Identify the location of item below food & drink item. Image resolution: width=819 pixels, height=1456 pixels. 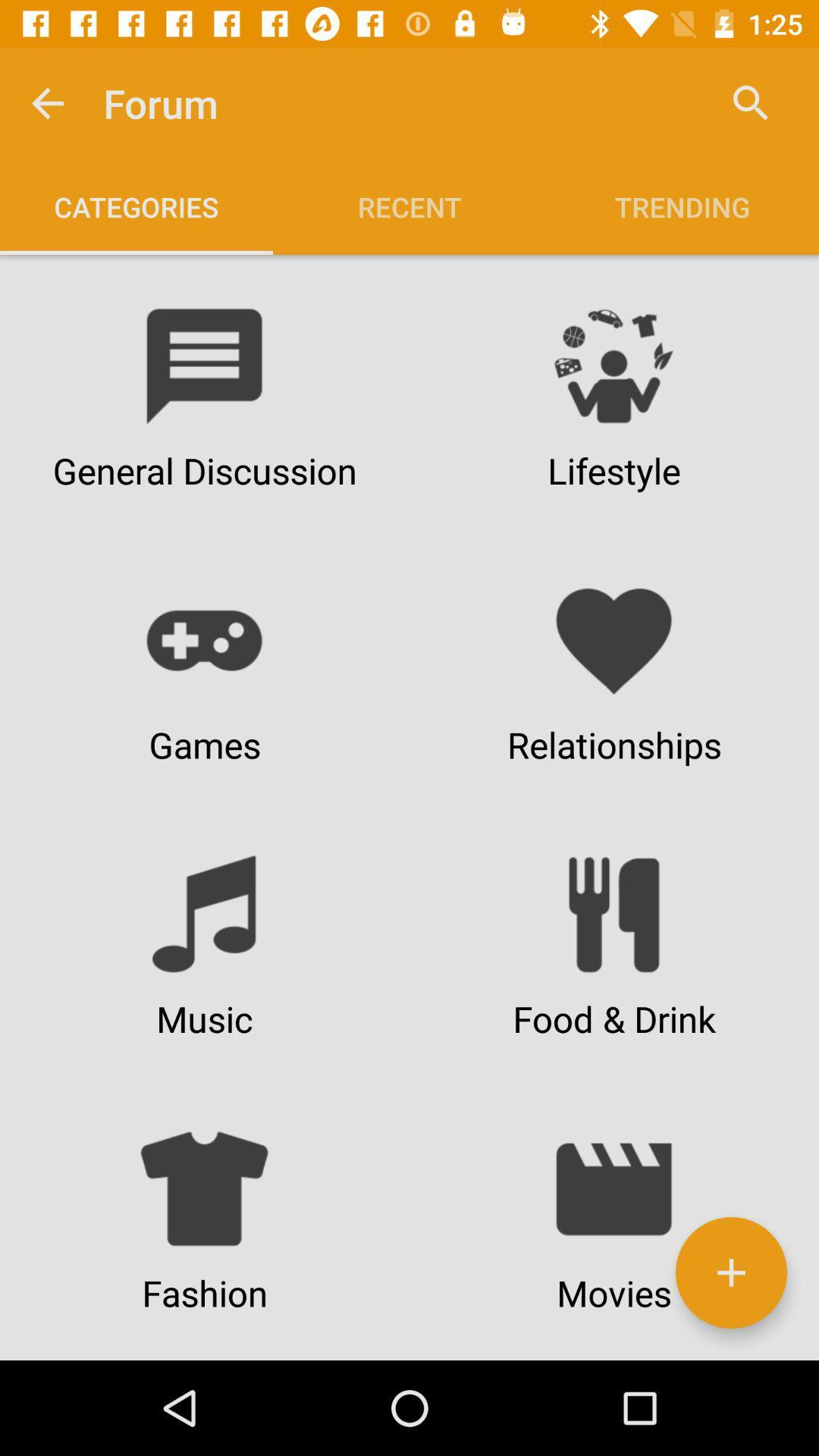
(730, 1272).